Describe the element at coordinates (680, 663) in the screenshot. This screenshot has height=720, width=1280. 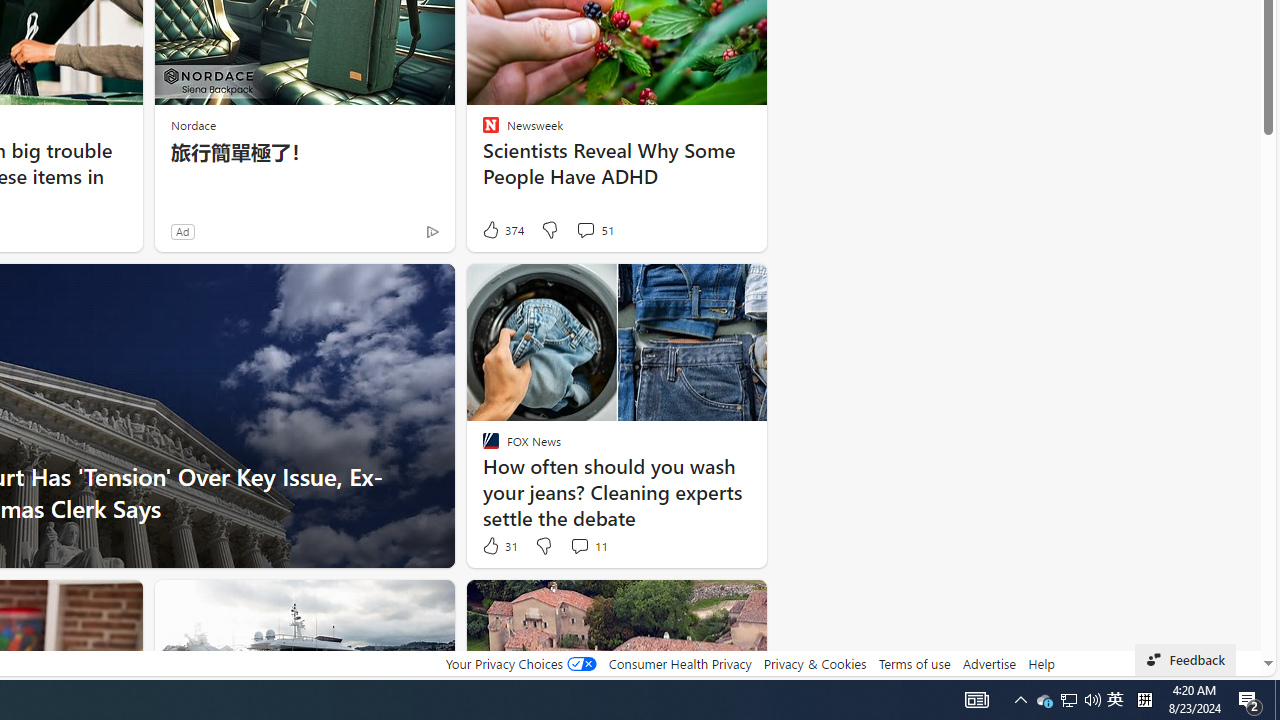
I see `'Consumer Health Privacy'` at that location.